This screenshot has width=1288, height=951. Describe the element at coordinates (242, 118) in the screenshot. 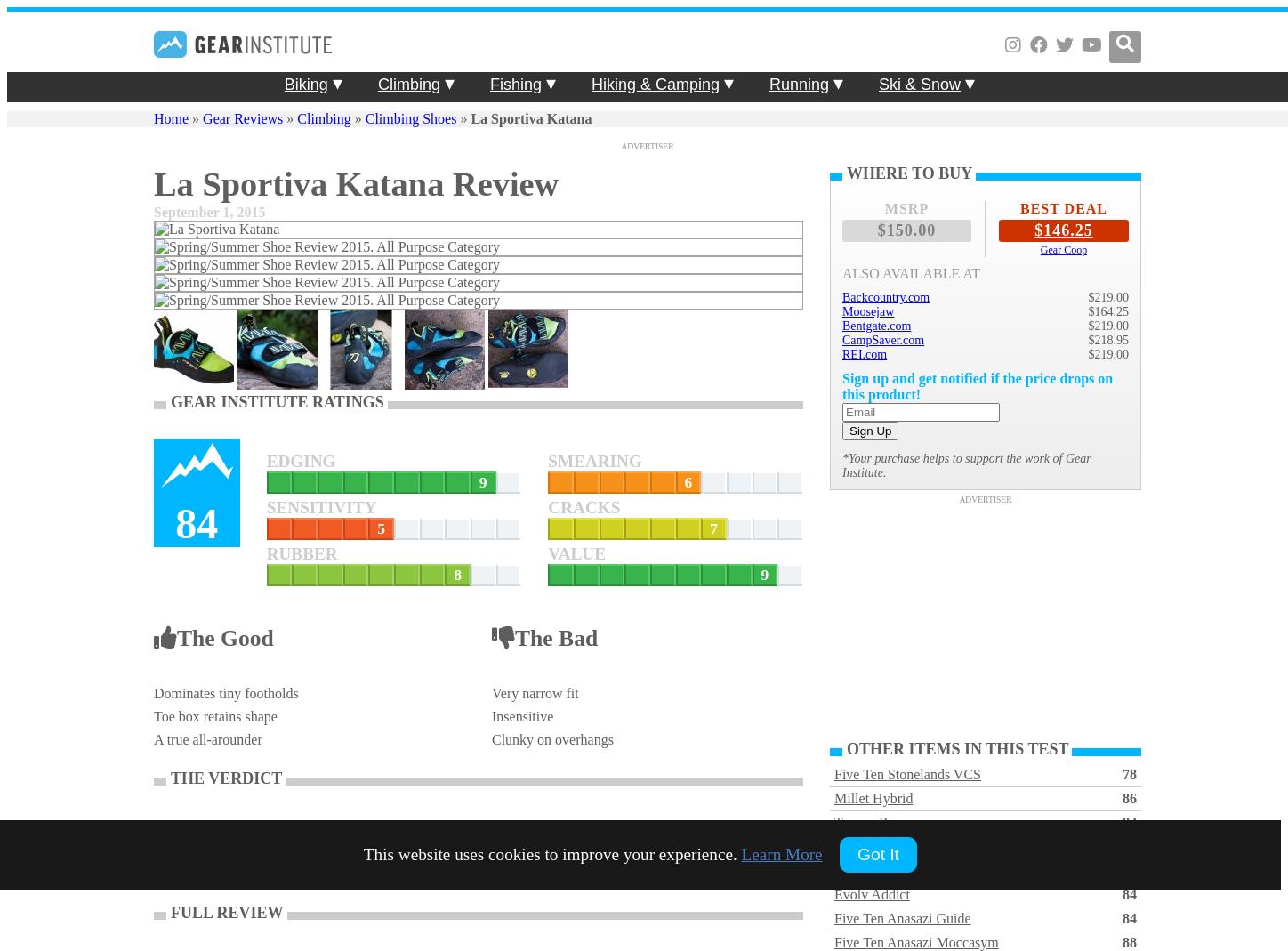

I see `'Gear Reviews'` at that location.